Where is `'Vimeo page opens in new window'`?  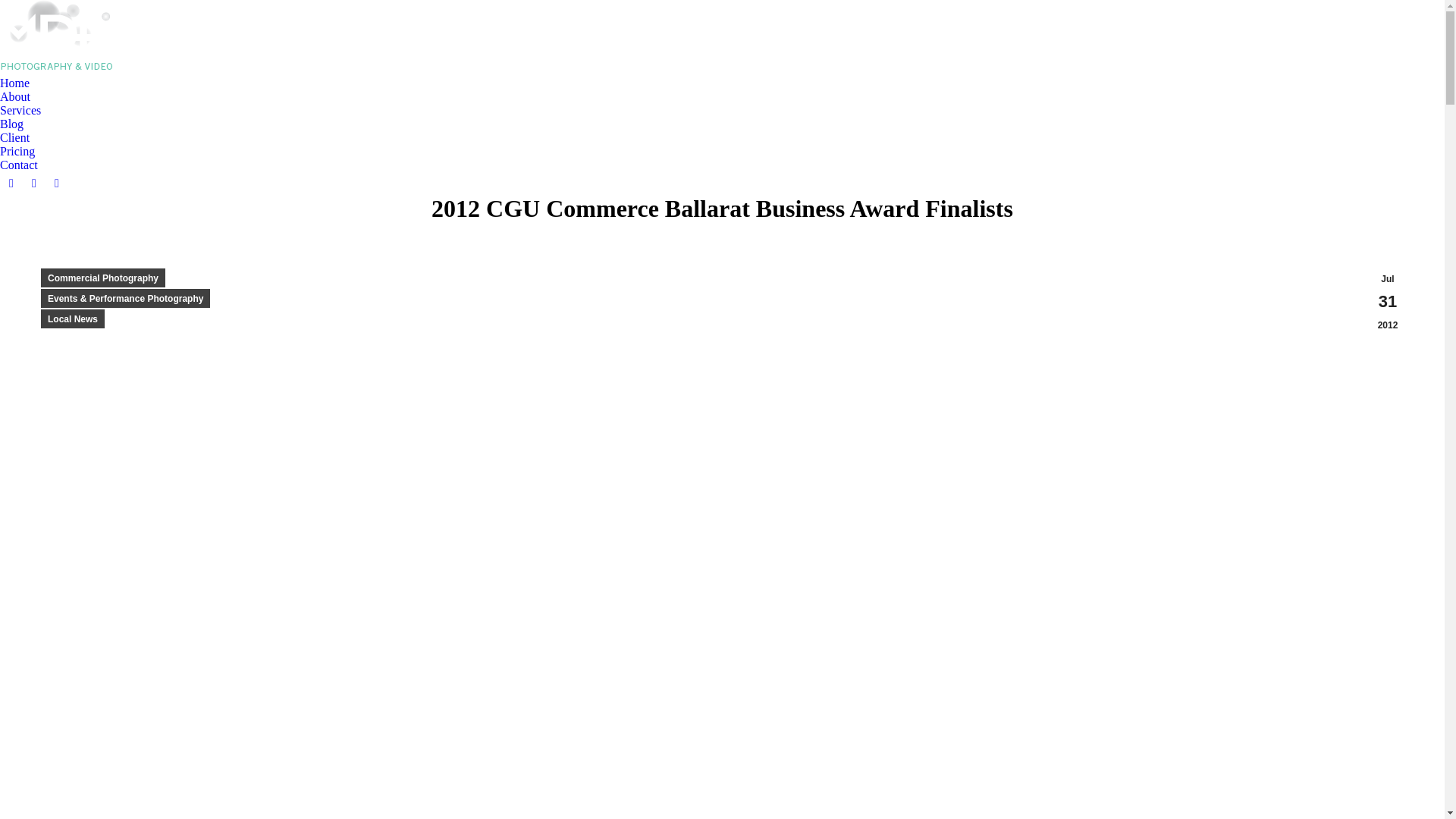 'Vimeo page opens in new window' is located at coordinates (33, 183).